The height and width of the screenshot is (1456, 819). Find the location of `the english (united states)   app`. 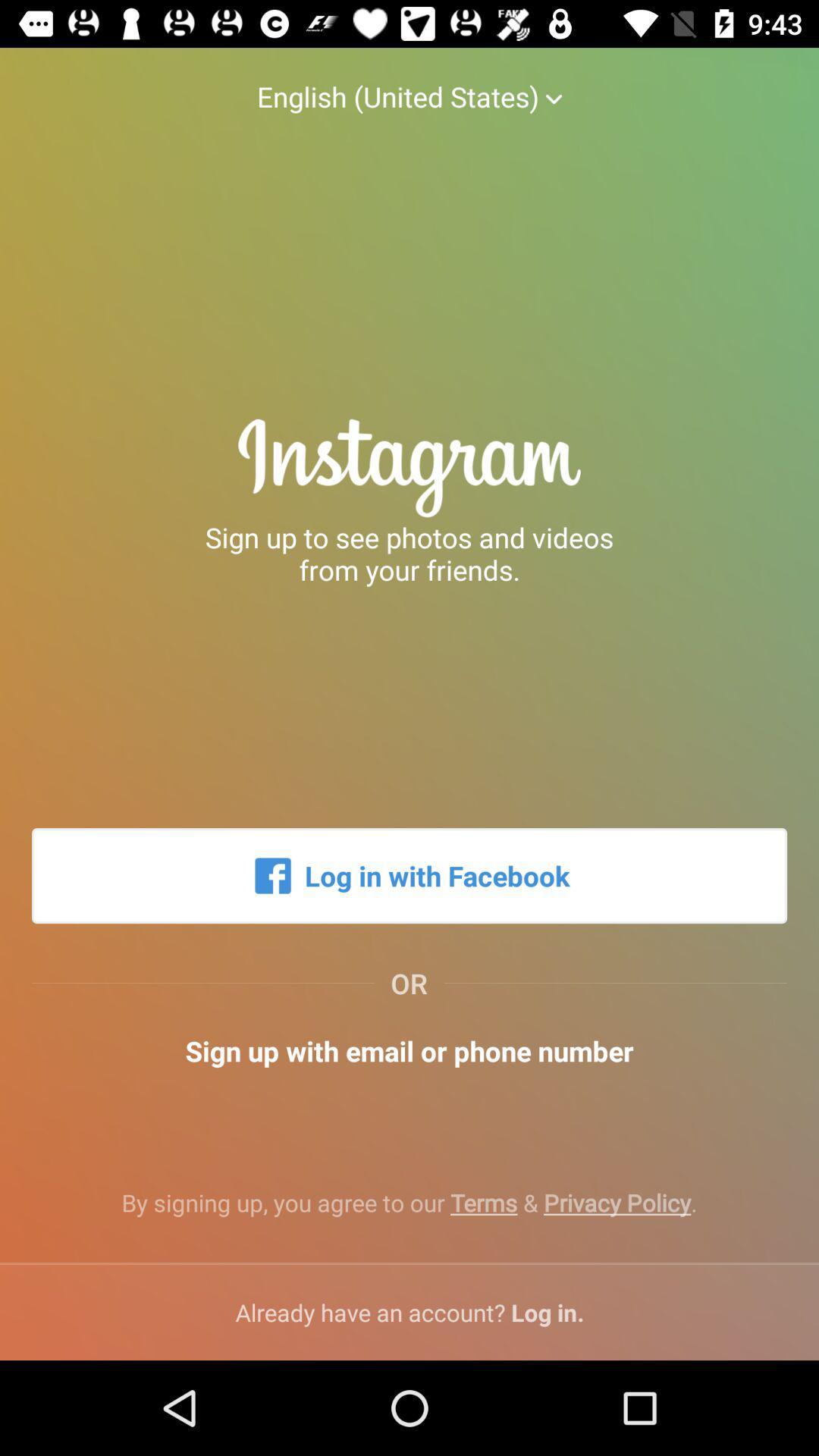

the english (united states)   app is located at coordinates (409, 80).